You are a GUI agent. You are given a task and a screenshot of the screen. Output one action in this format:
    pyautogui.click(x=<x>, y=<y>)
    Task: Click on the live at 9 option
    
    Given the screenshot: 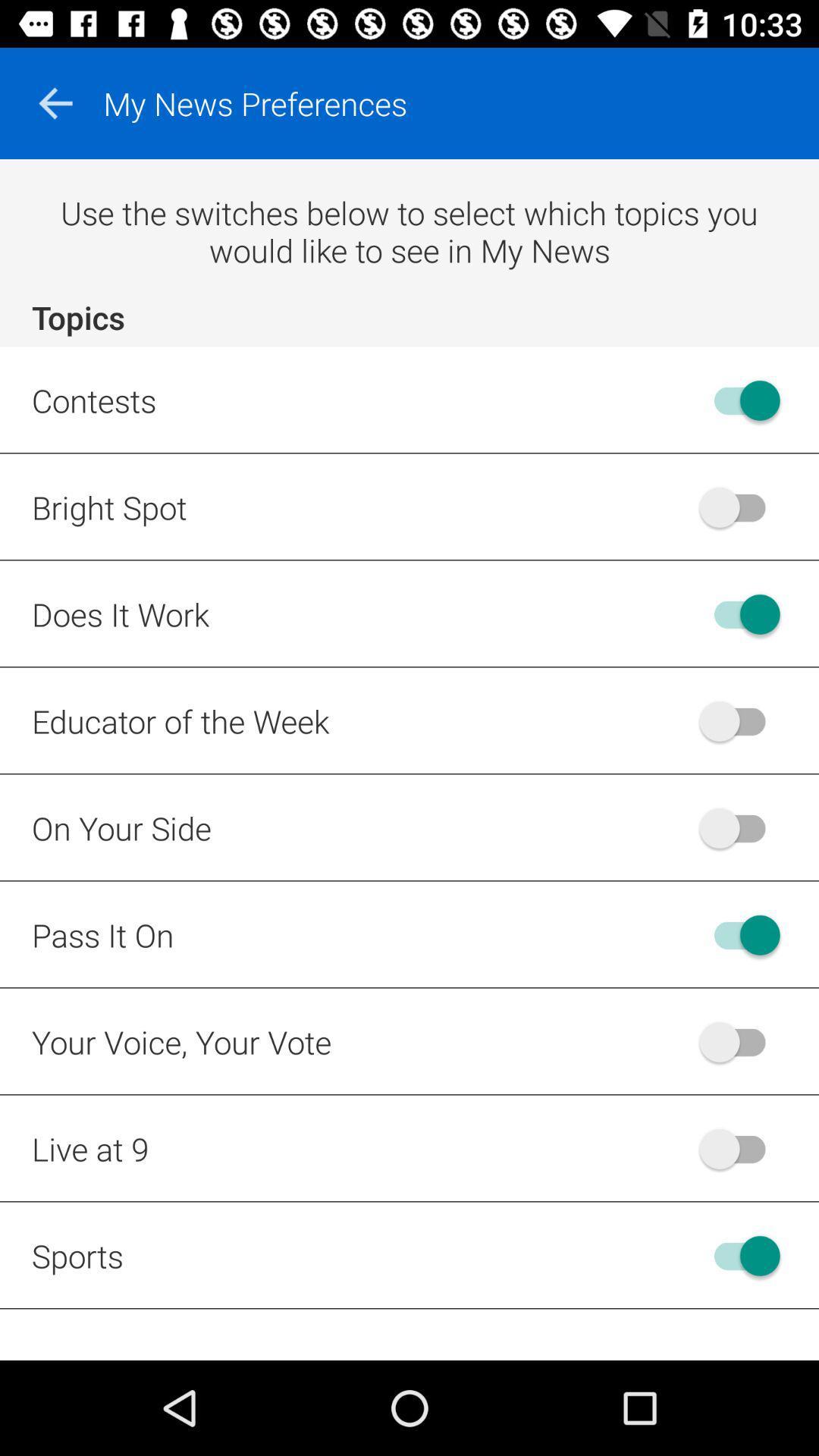 What is the action you would take?
    pyautogui.click(x=739, y=1149)
    